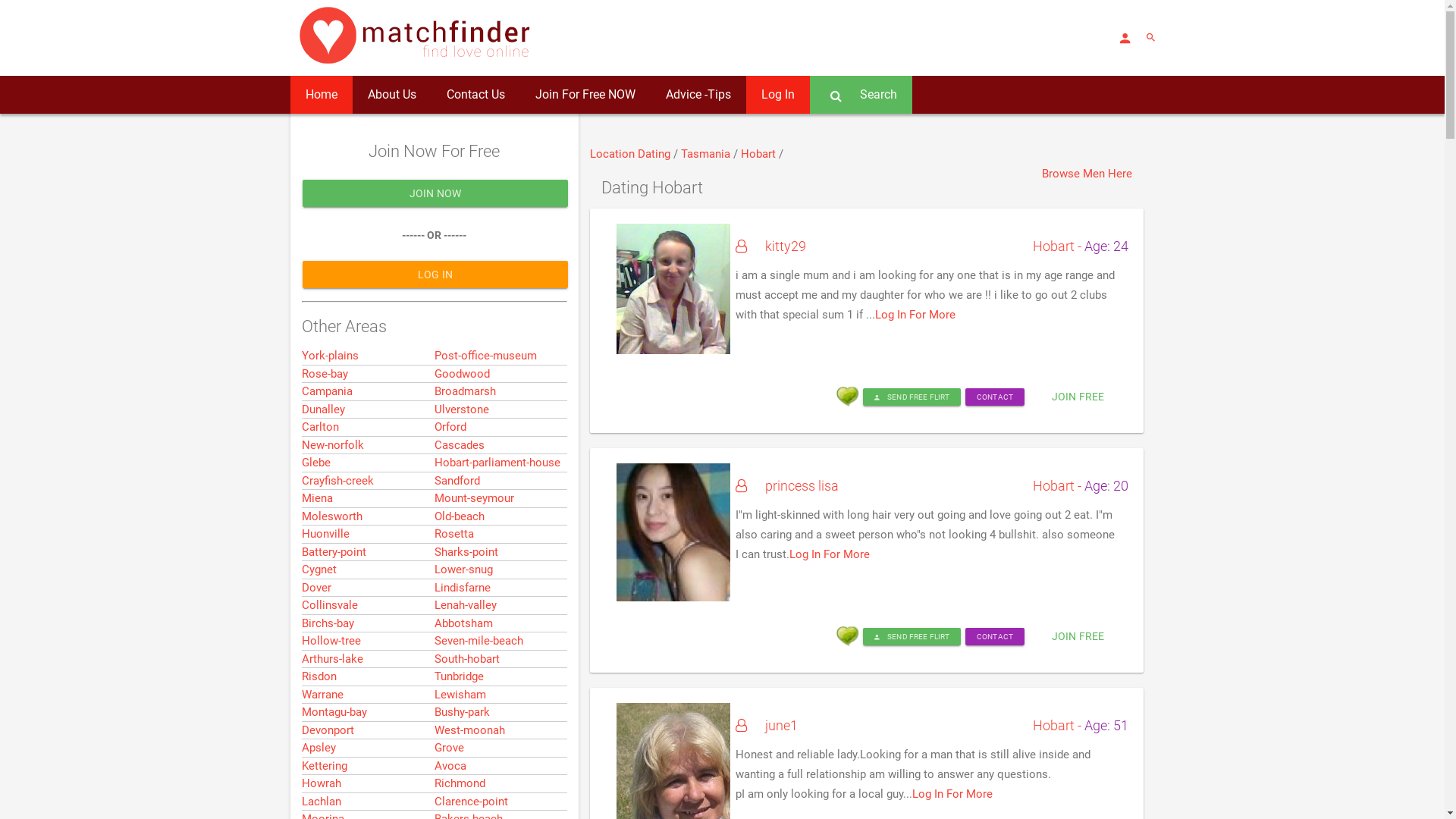 This screenshot has width=1456, height=819. What do you see at coordinates (322, 694) in the screenshot?
I see `'Warrane'` at bounding box center [322, 694].